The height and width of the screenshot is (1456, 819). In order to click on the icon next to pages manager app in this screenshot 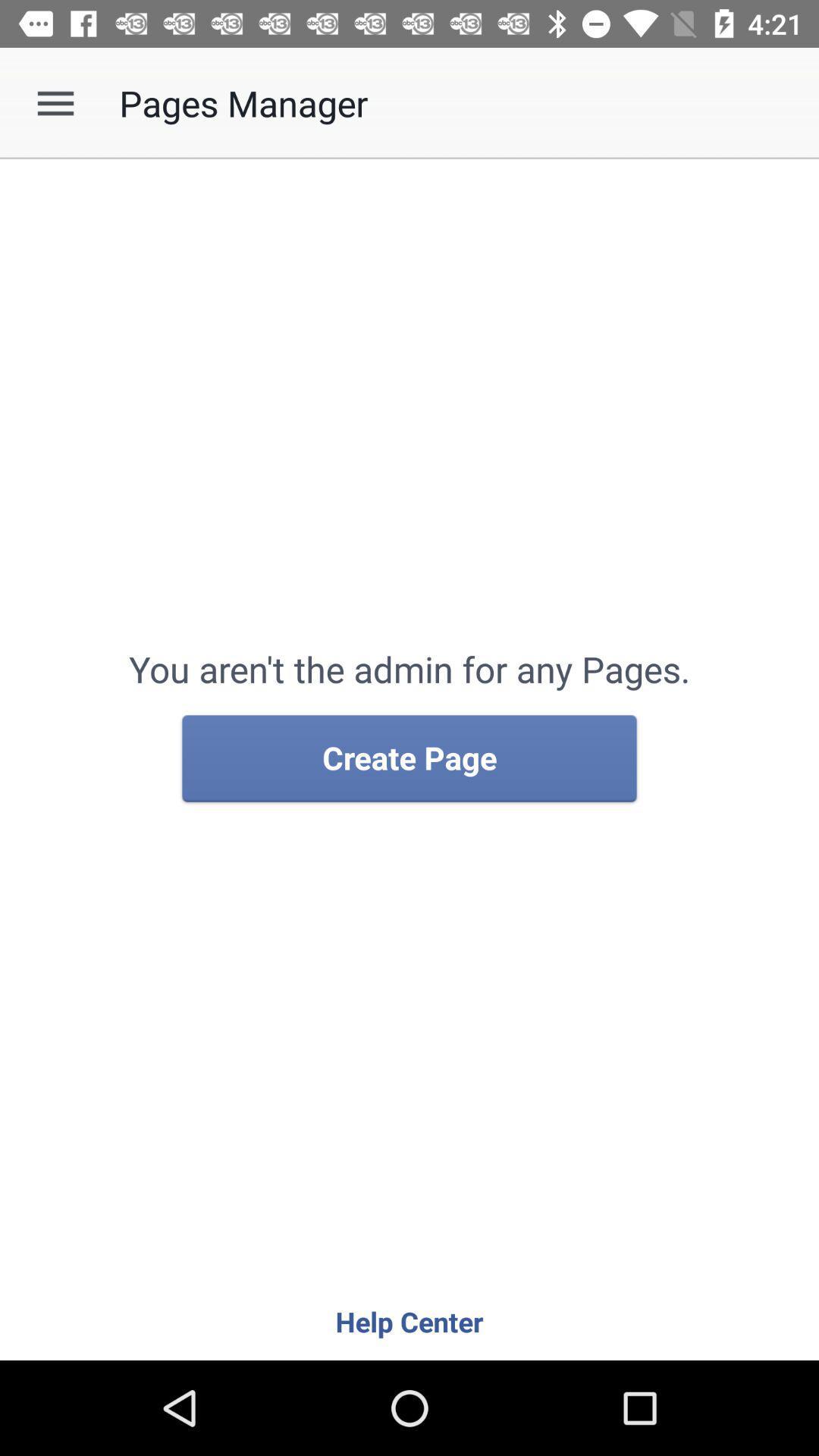, I will do `click(55, 102)`.